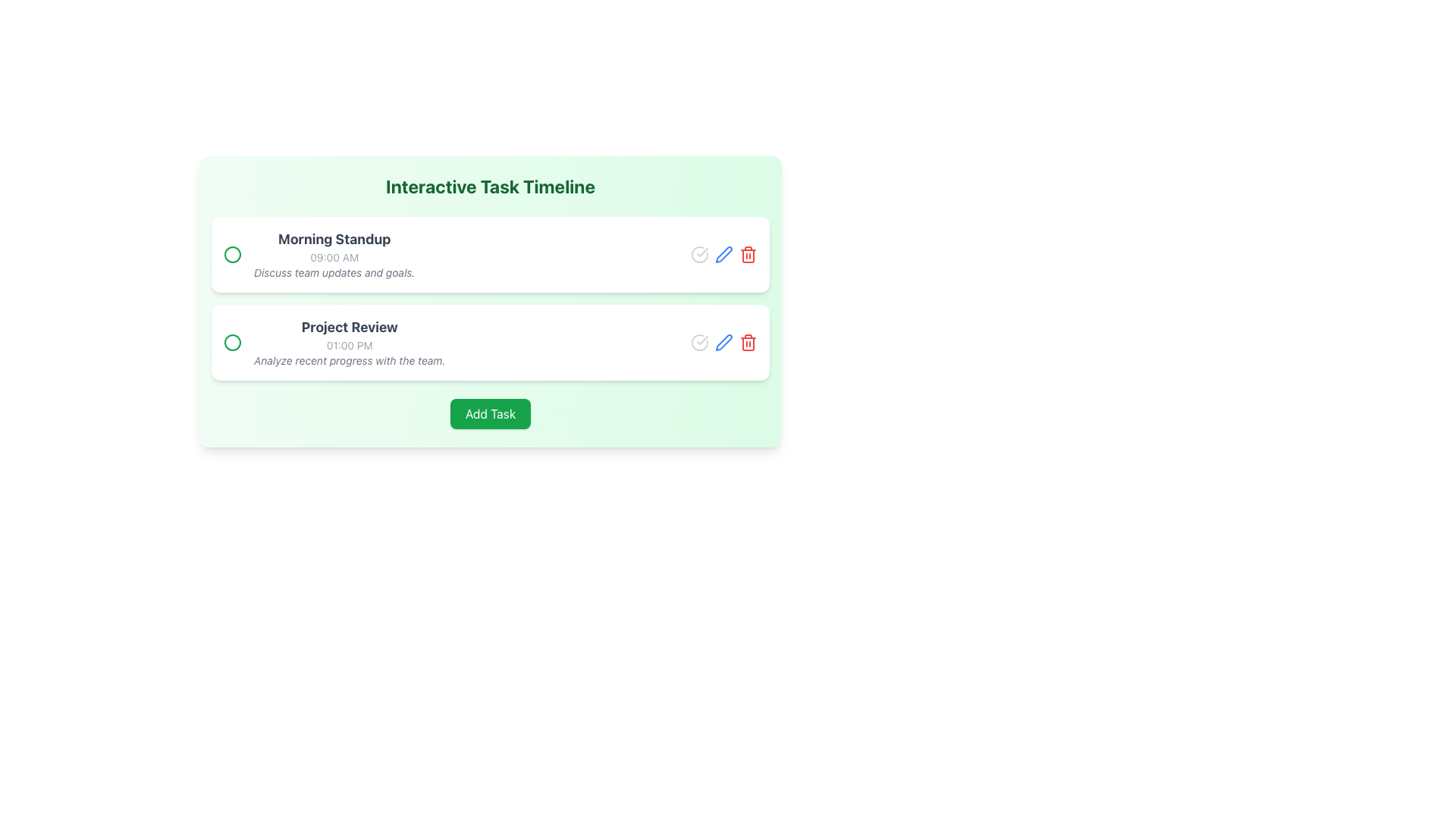  I want to click on the task management interface, so click(491, 301).